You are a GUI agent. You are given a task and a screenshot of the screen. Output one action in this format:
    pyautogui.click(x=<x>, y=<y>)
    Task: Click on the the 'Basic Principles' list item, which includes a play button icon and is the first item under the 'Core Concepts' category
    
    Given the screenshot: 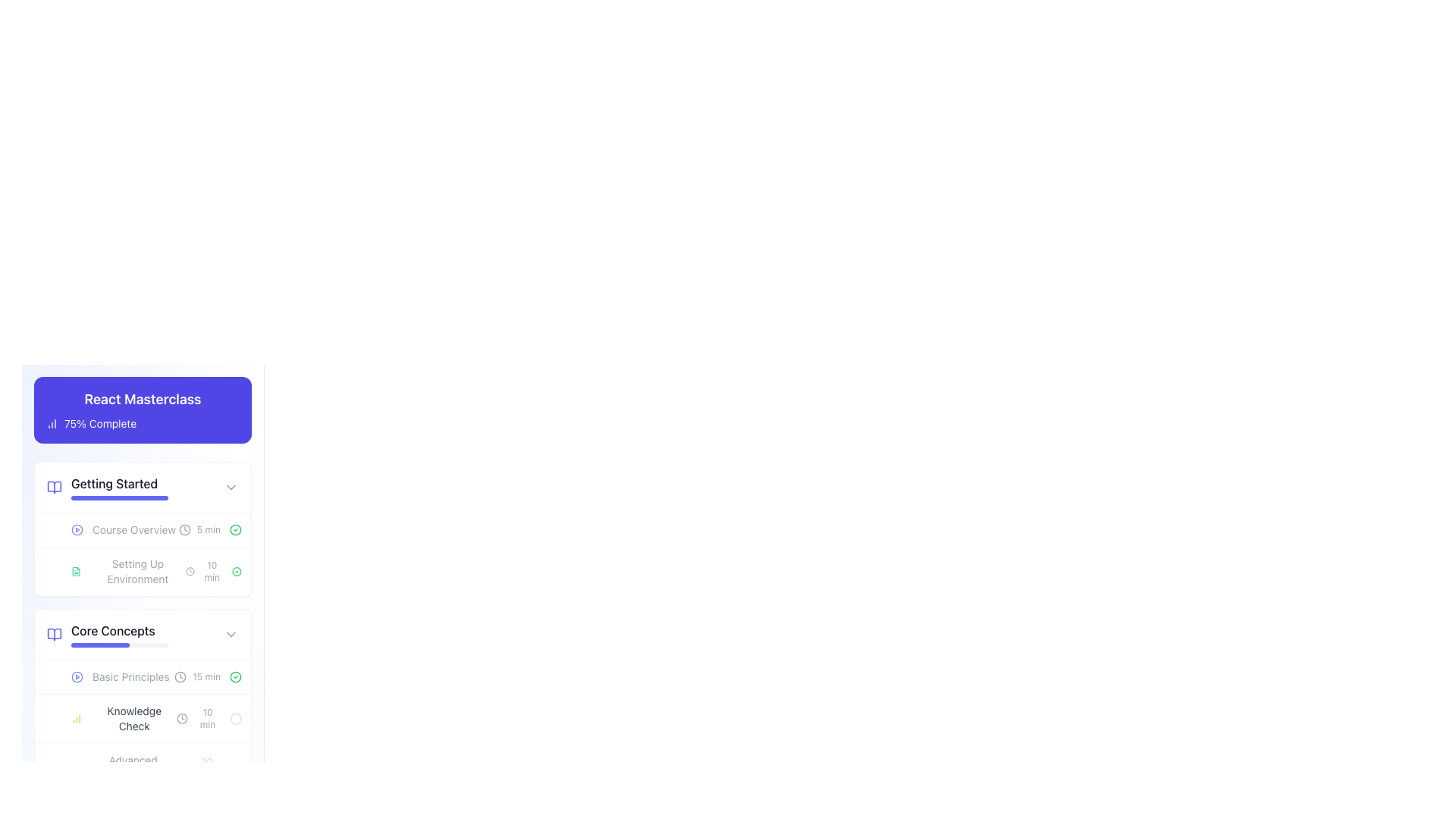 What is the action you would take?
    pyautogui.click(x=119, y=676)
    